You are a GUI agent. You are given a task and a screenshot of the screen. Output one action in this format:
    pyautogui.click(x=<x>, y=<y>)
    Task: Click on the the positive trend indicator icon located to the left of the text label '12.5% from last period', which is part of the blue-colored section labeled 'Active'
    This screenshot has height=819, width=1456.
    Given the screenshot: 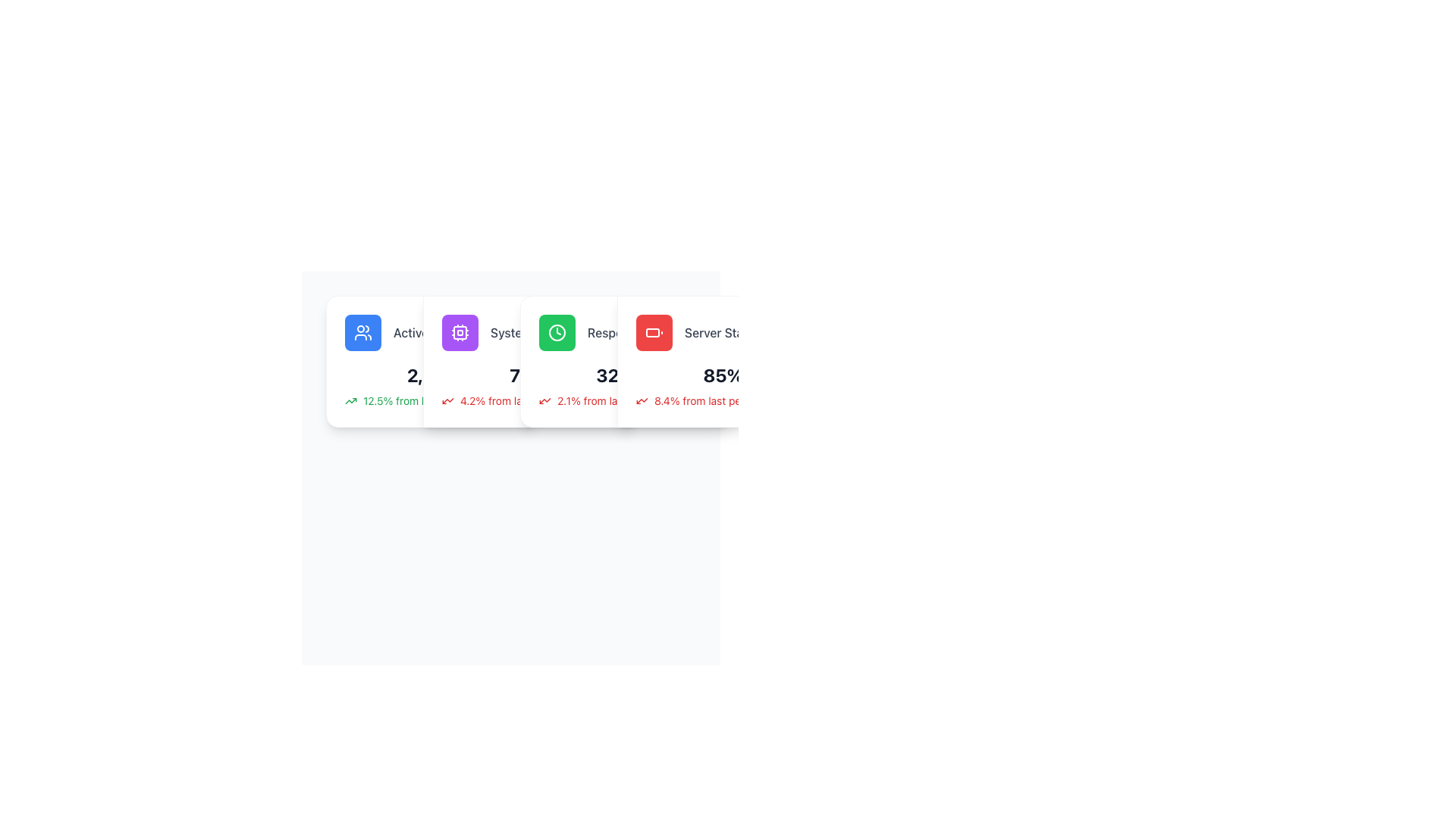 What is the action you would take?
    pyautogui.click(x=350, y=400)
    